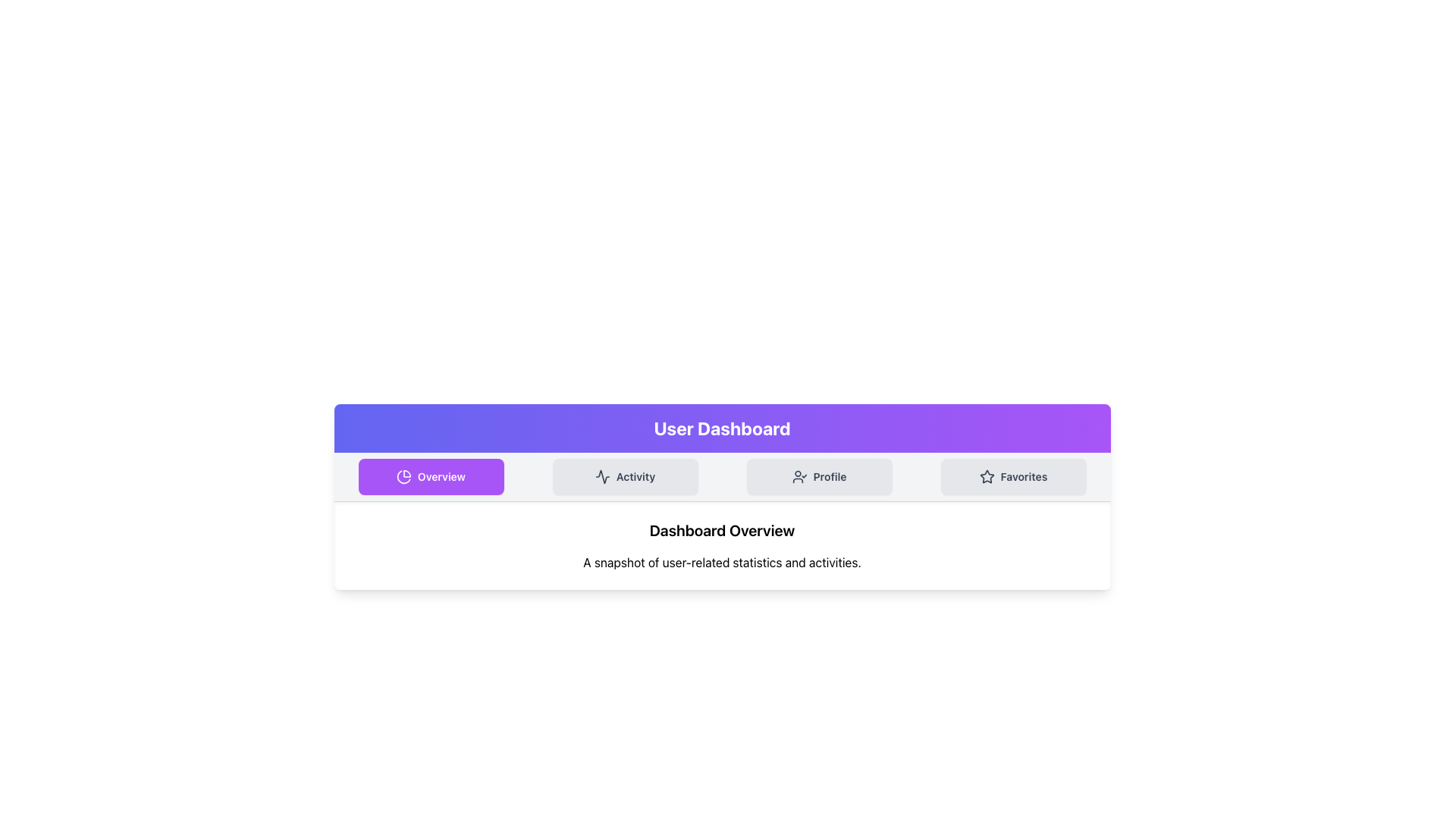 Image resolution: width=1456 pixels, height=819 pixels. Describe the element at coordinates (721, 428) in the screenshot. I see `the static header element displaying 'User Dashboard' with a gradient background from indigo to purple` at that location.